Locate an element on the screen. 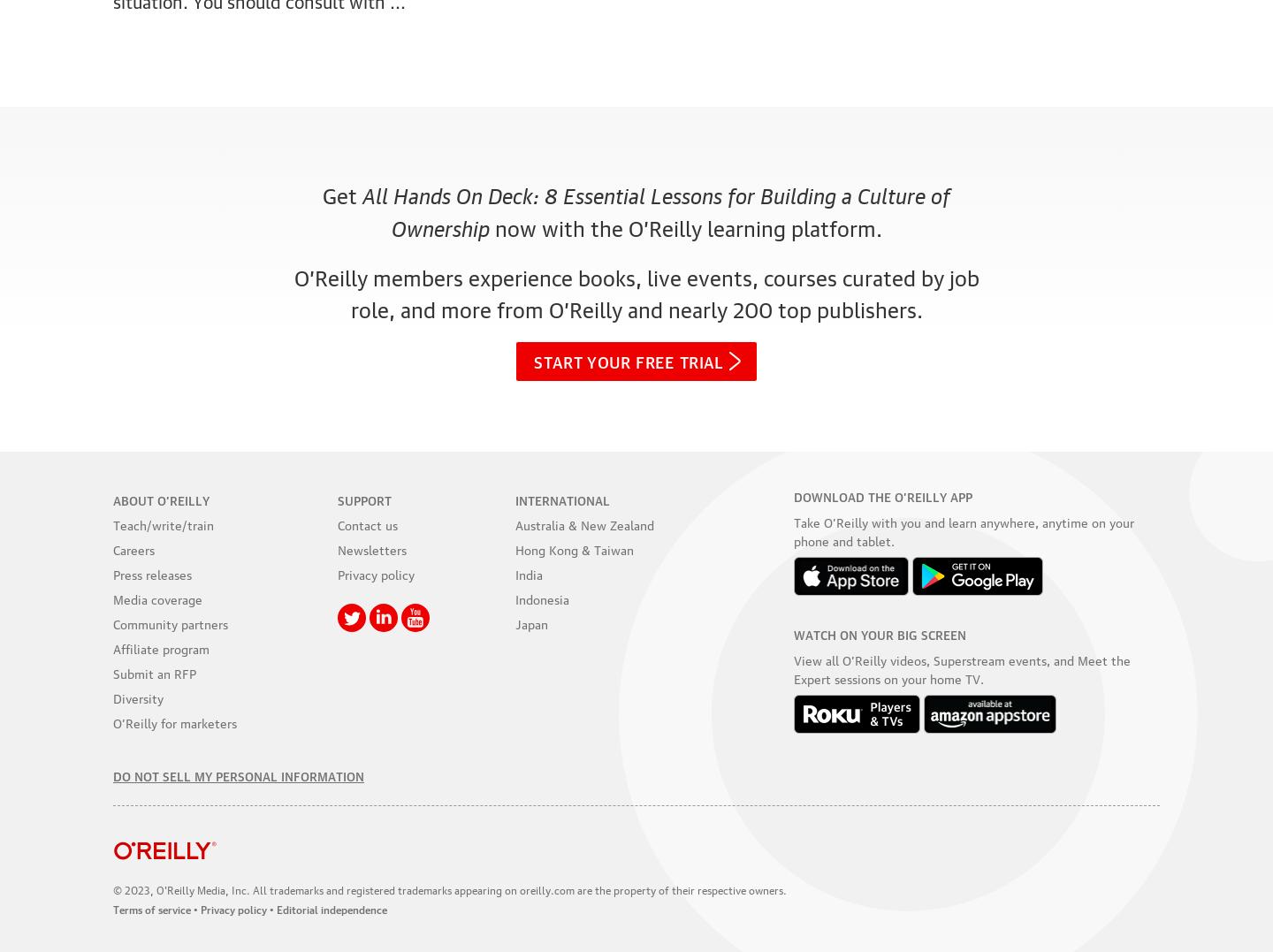 This screenshot has width=1273, height=952. 'Indonesia' is located at coordinates (515, 597).